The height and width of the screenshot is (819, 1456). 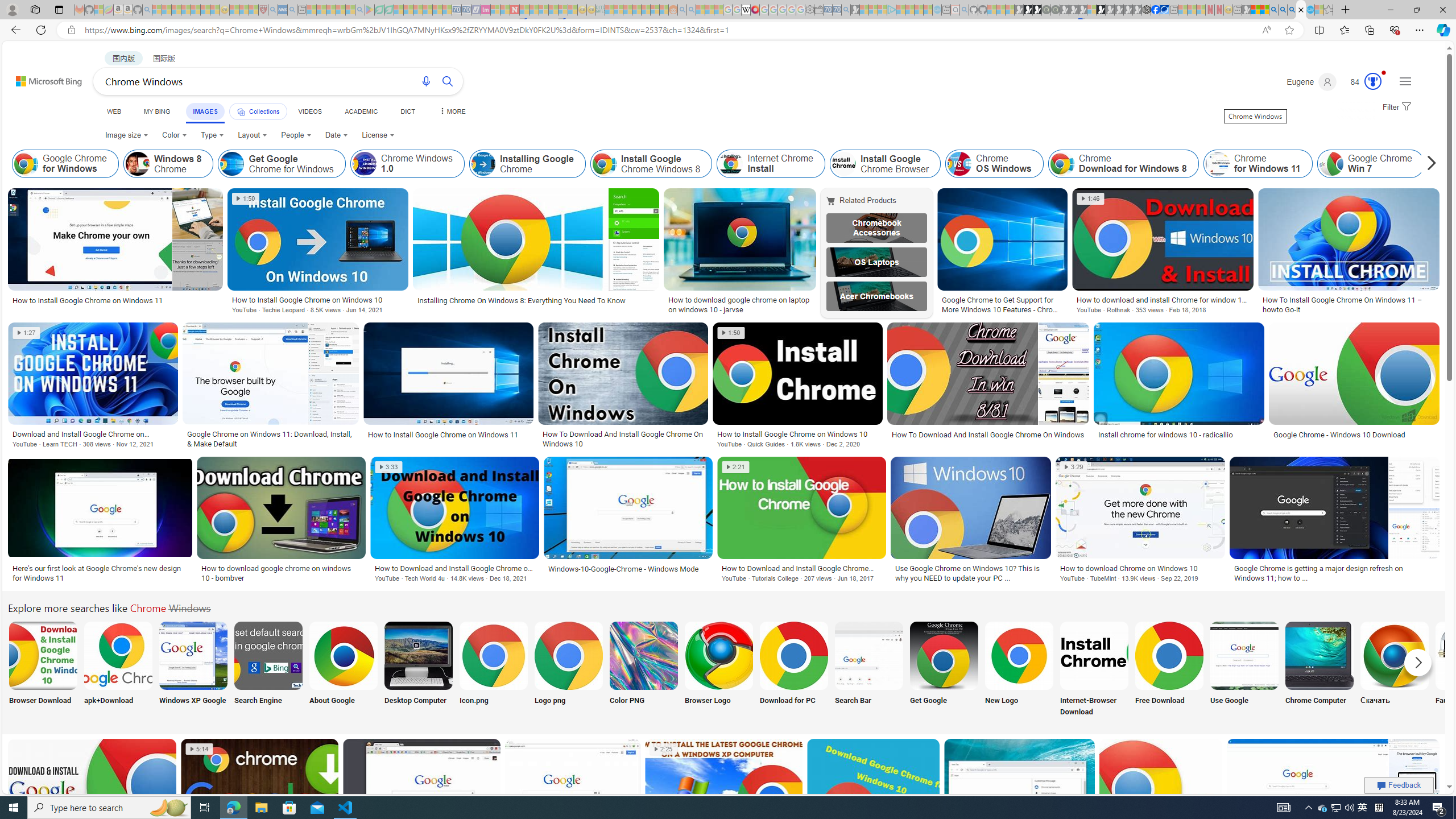 I want to click on 'Chrome Logo.png', so click(x=568, y=655).